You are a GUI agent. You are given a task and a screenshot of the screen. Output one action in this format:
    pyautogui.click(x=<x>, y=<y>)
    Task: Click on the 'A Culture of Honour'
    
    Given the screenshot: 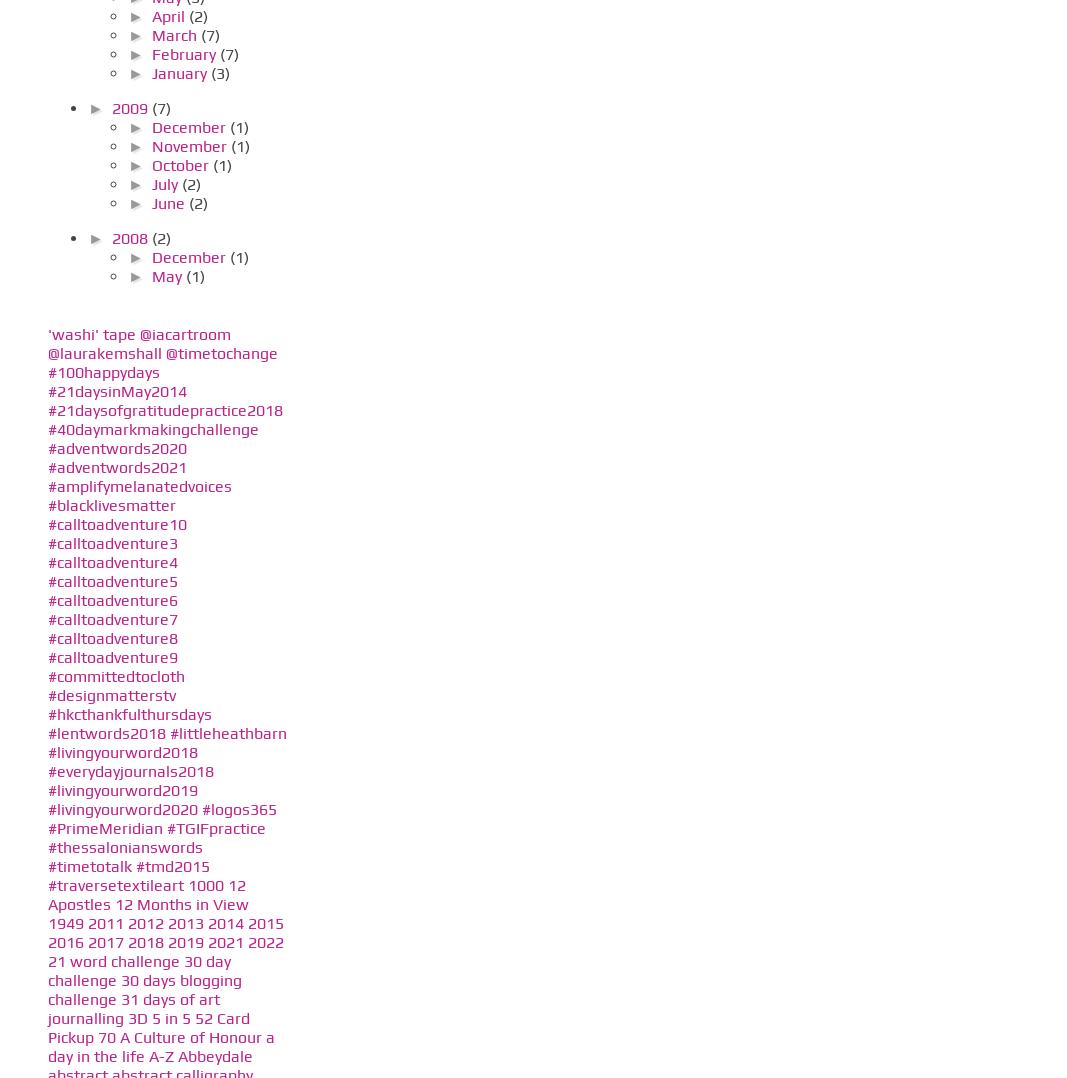 What is the action you would take?
    pyautogui.click(x=190, y=1036)
    